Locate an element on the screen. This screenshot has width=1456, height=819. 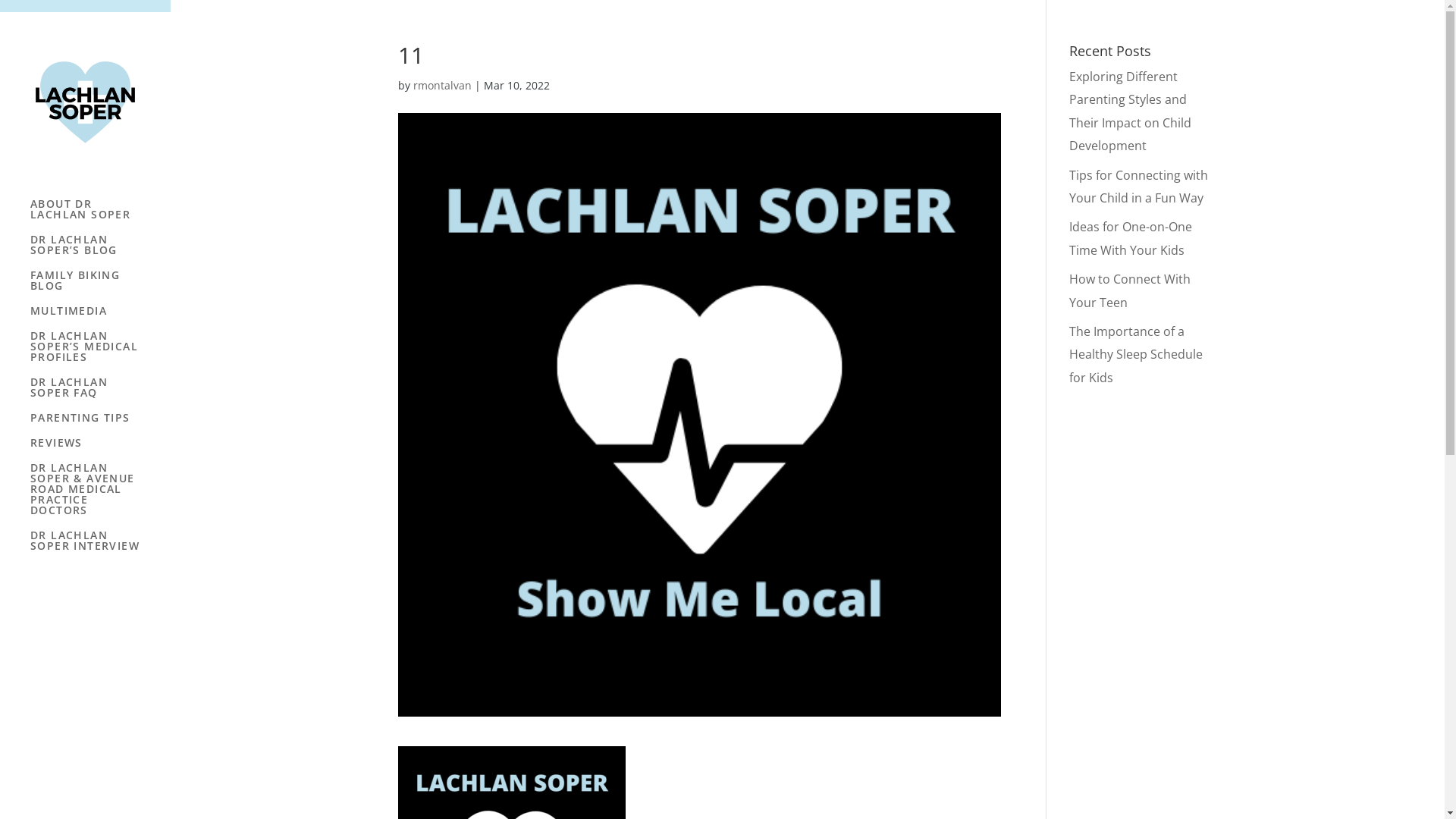
'REVIEWS' is located at coordinates (99, 449).